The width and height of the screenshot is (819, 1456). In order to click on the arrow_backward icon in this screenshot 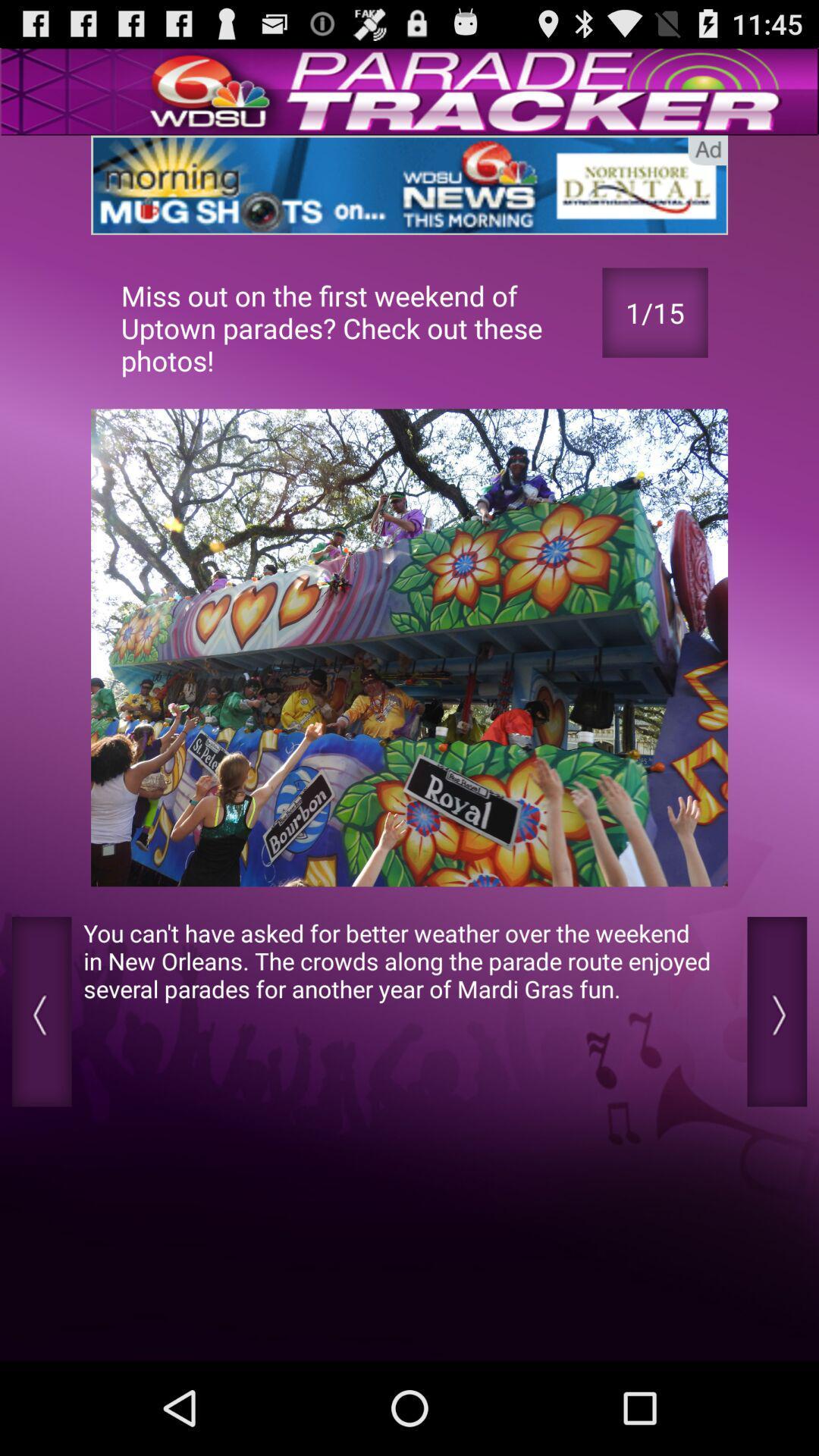, I will do `click(41, 1081)`.